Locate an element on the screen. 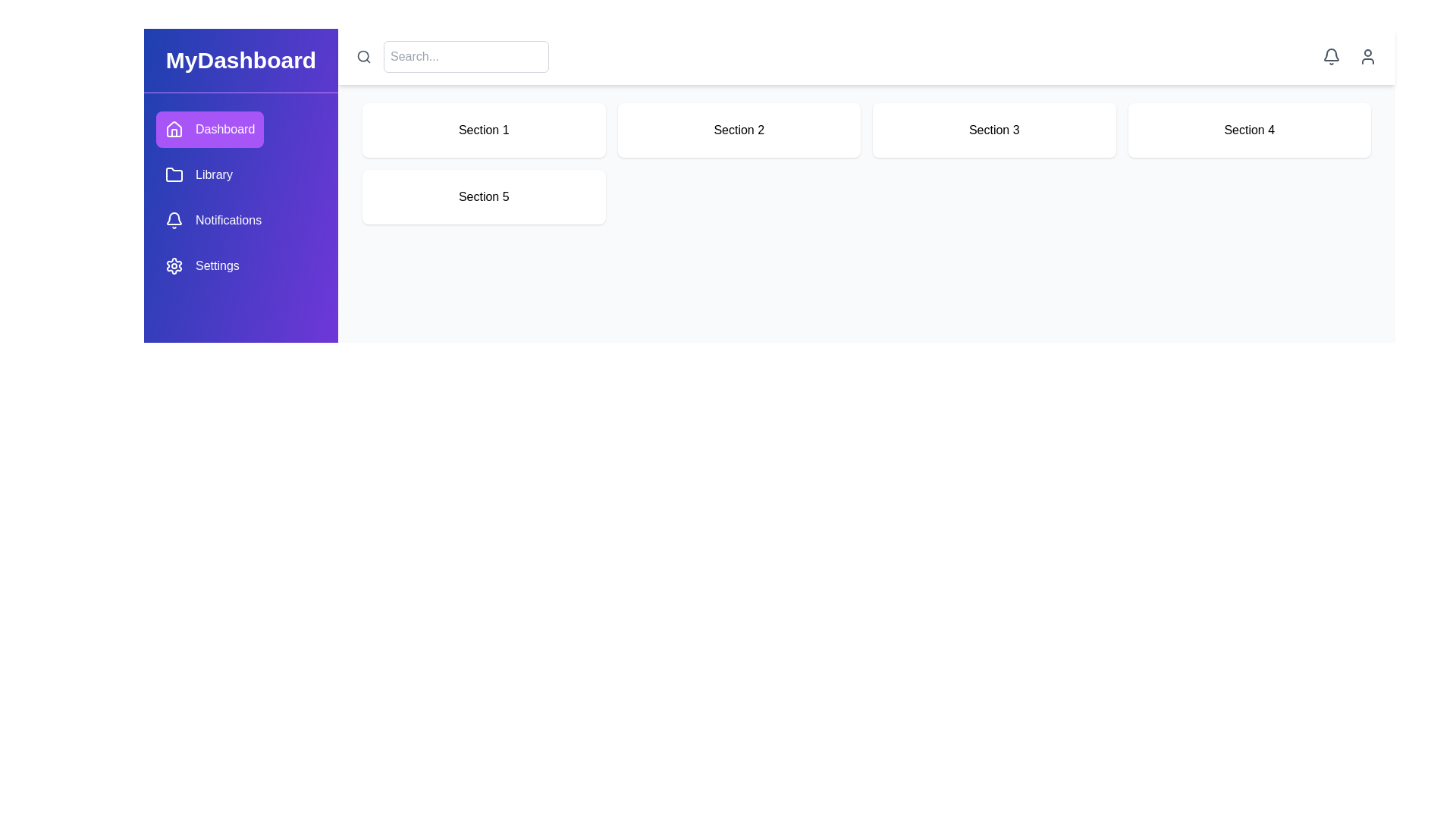 The image size is (1456, 819). the static user profile icon located at the top-right corner of the interface, positioned to the right of the notification bell icon is located at coordinates (1368, 55).